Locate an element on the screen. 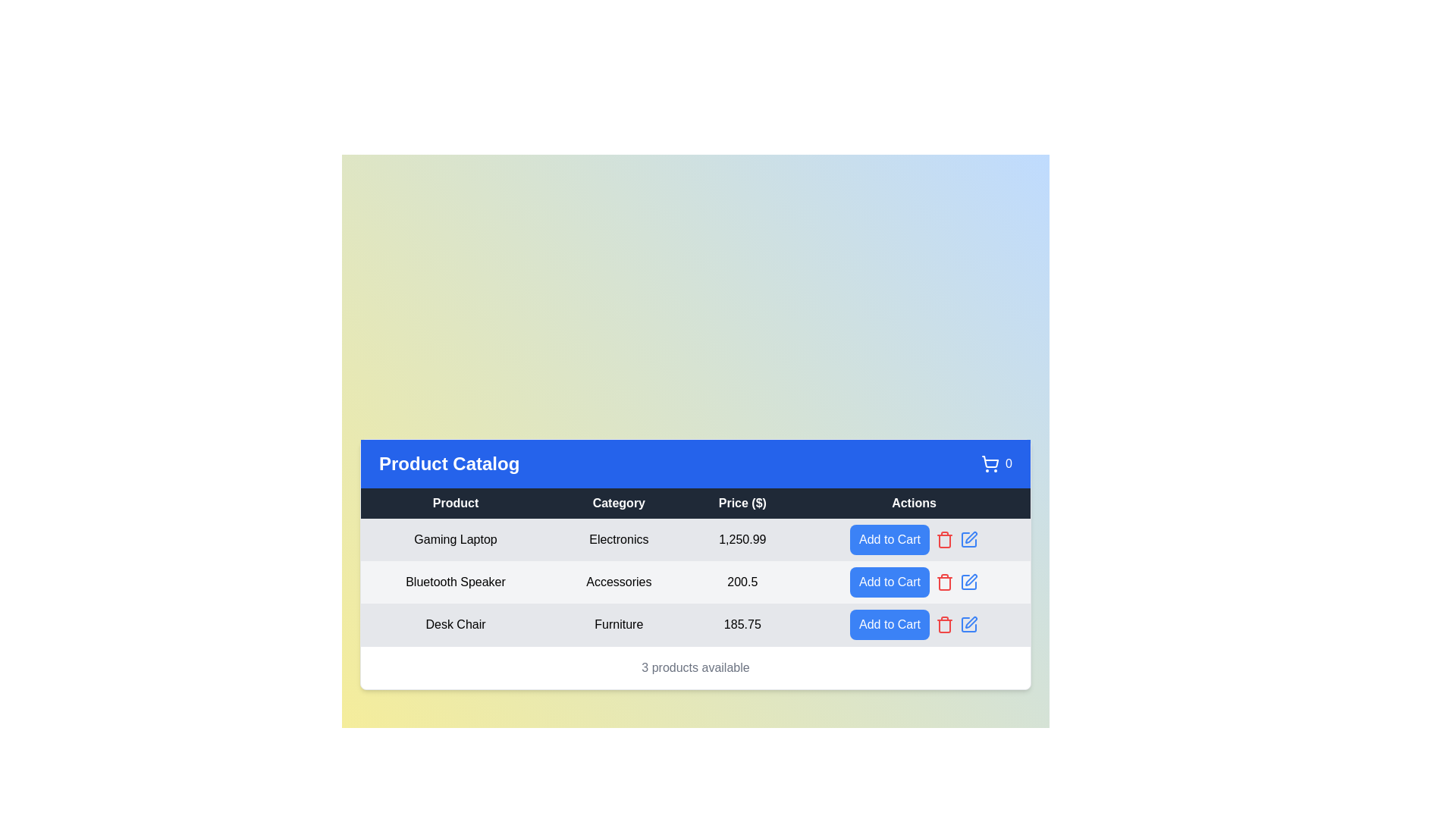  the Pen/Editing icon located in the rightmost position of the 'Actions' column in the third row of the 'Product Catalog' table to initiate an edit action is located at coordinates (971, 622).